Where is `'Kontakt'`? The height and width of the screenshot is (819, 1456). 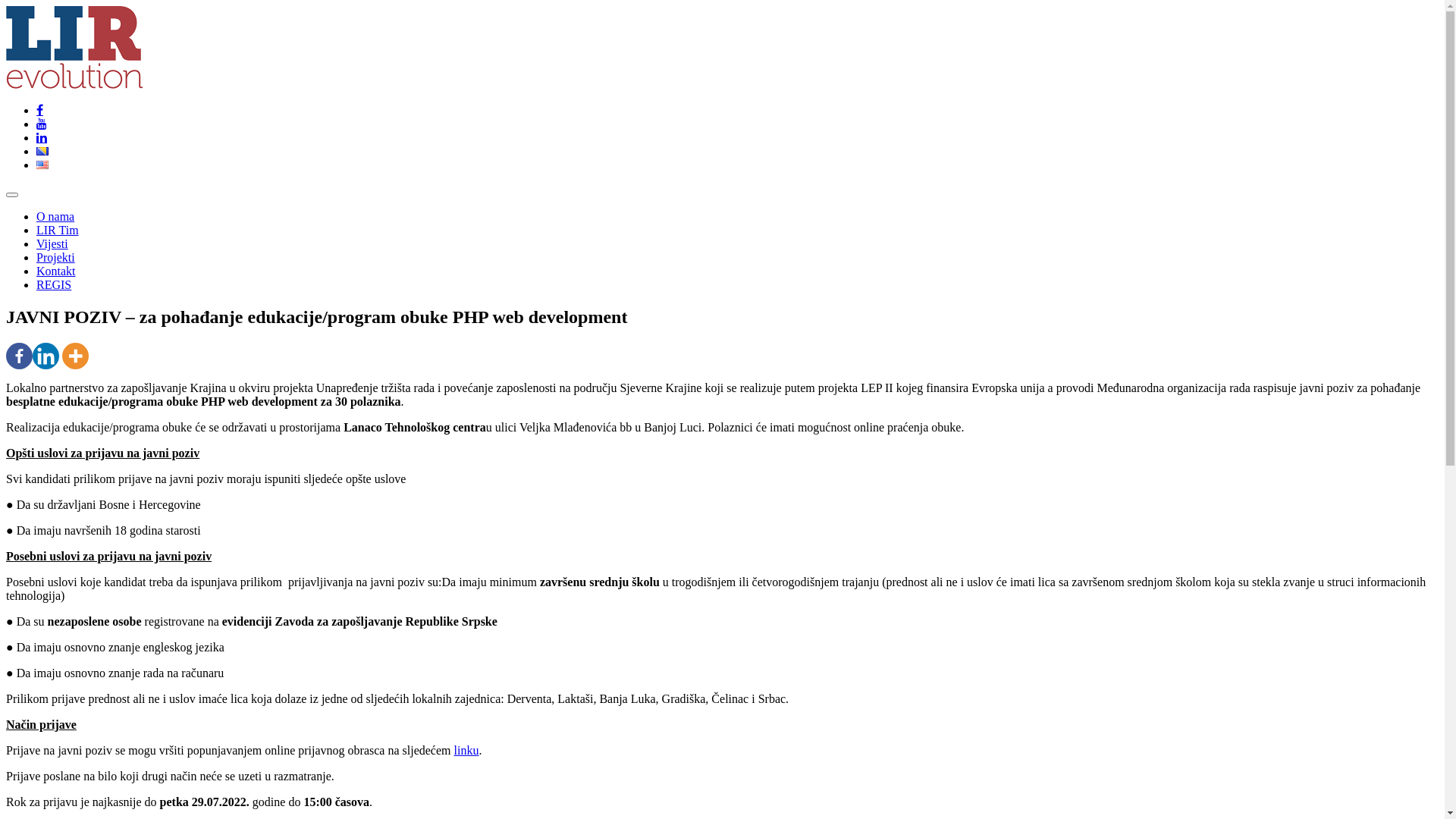 'Kontakt' is located at coordinates (55, 270).